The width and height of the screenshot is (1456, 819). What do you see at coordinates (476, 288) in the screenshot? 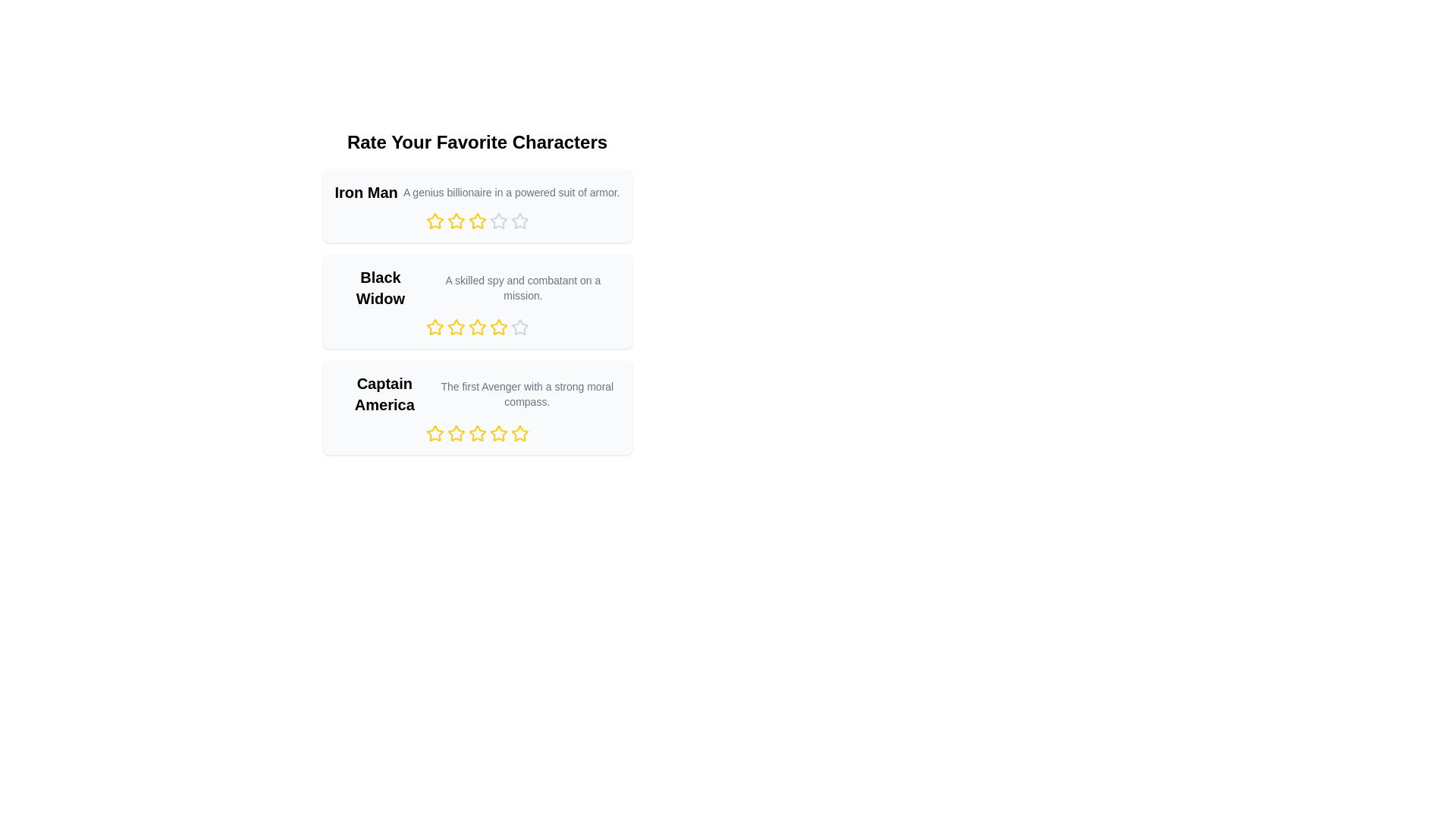
I see `the textual component featuring the title 'Black Widow' and the description 'A skilled spy and combatant on a mission.', which is centrally located in the second white card among three vertical cards` at bounding box center [476, 288].